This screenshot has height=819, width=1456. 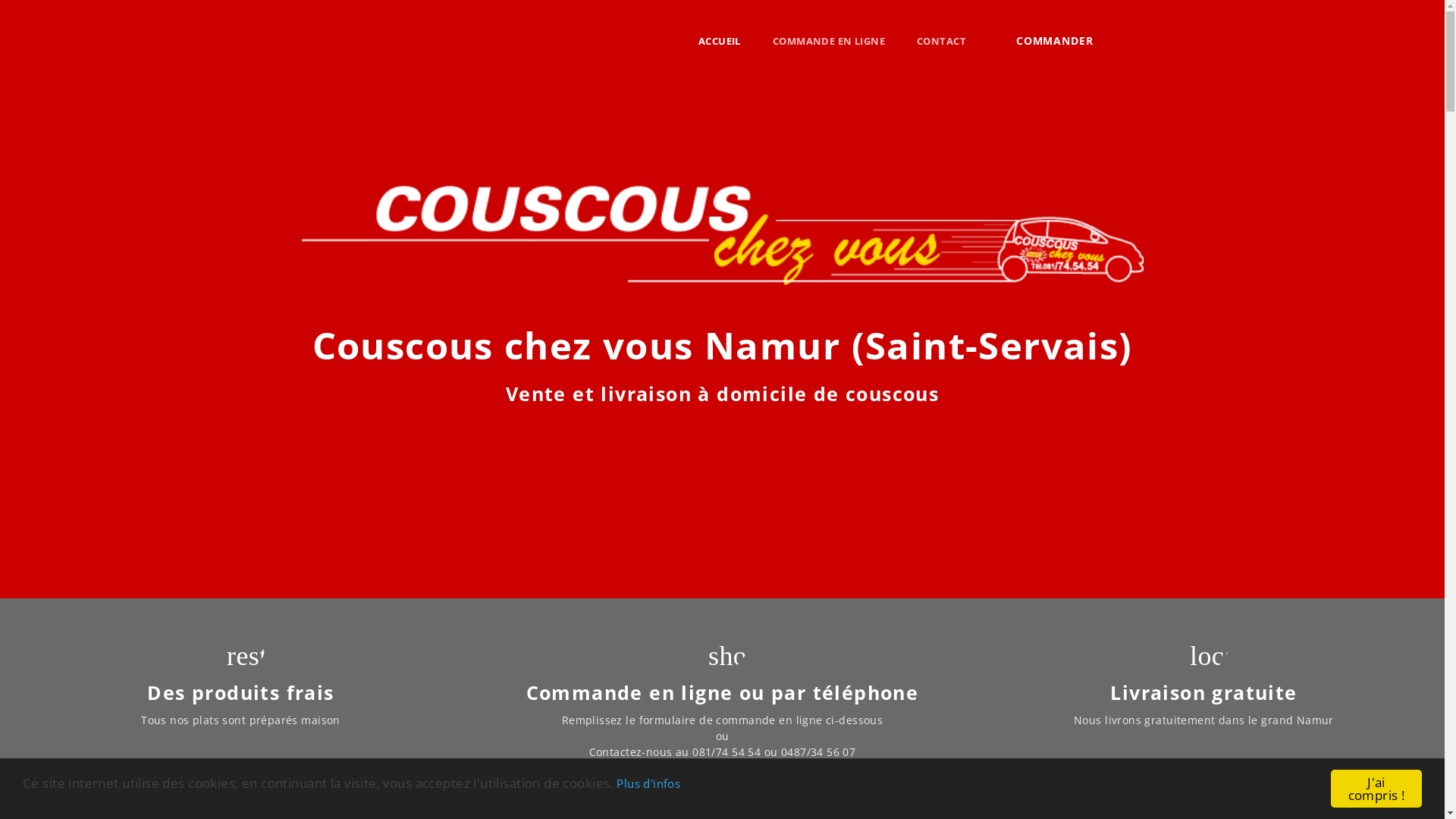 What do you see at coordinates (648, 783) in the screenshot?
I see `'Plus d'infos'` at bounding box center [648, 783].